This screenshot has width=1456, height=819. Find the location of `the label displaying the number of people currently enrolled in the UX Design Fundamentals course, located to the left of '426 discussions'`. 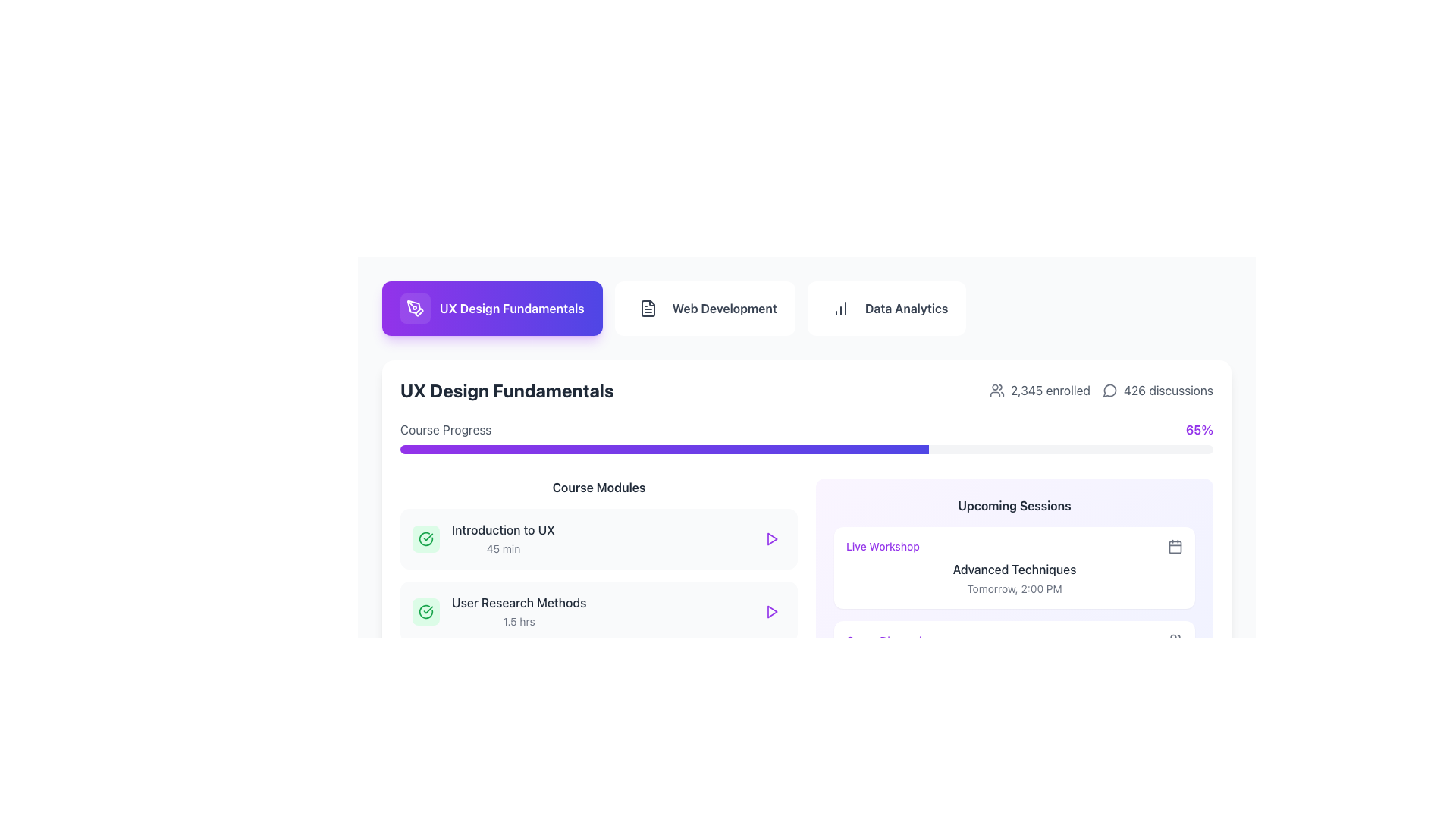

the label displaying the number of people currently enrolled in the UX Design Fundamentals course, located to the left of '426 discussions' is located at coordinates (1039, 390).